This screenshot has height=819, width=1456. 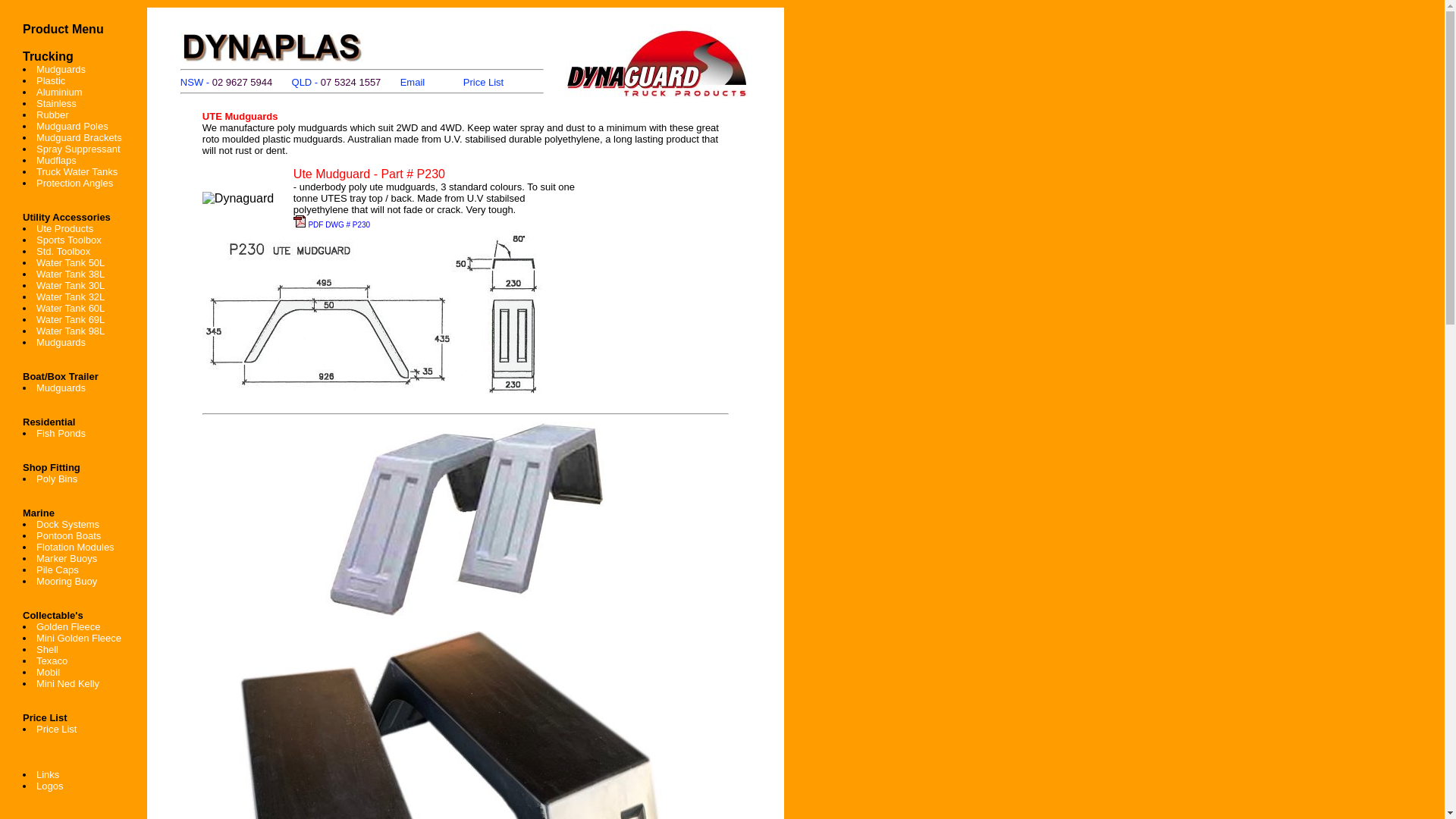 I want to click on 'PDF DWG # P230', so click(x=337, y=224).